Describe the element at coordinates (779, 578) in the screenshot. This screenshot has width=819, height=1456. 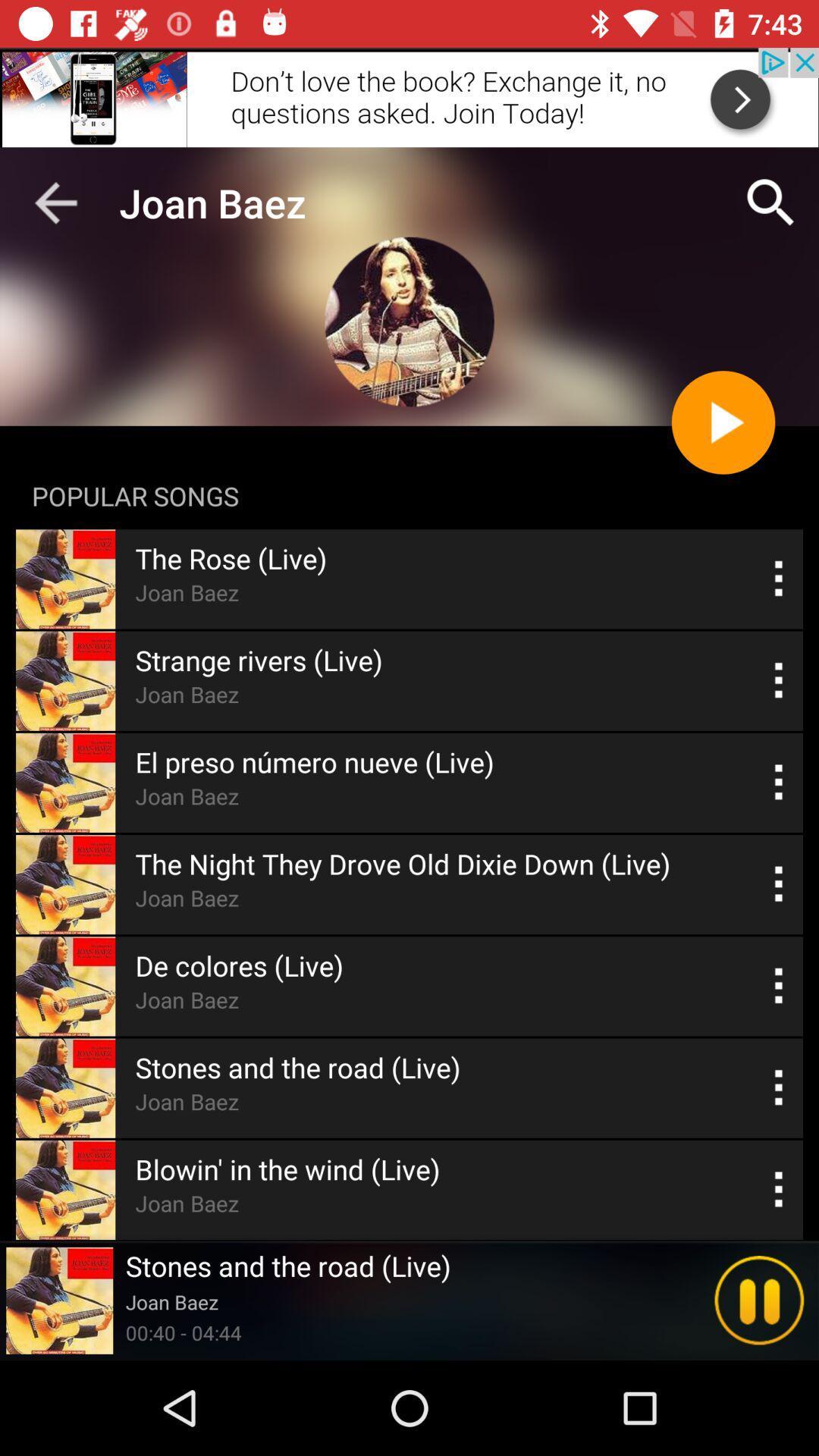
I see `the more icon` at that location.